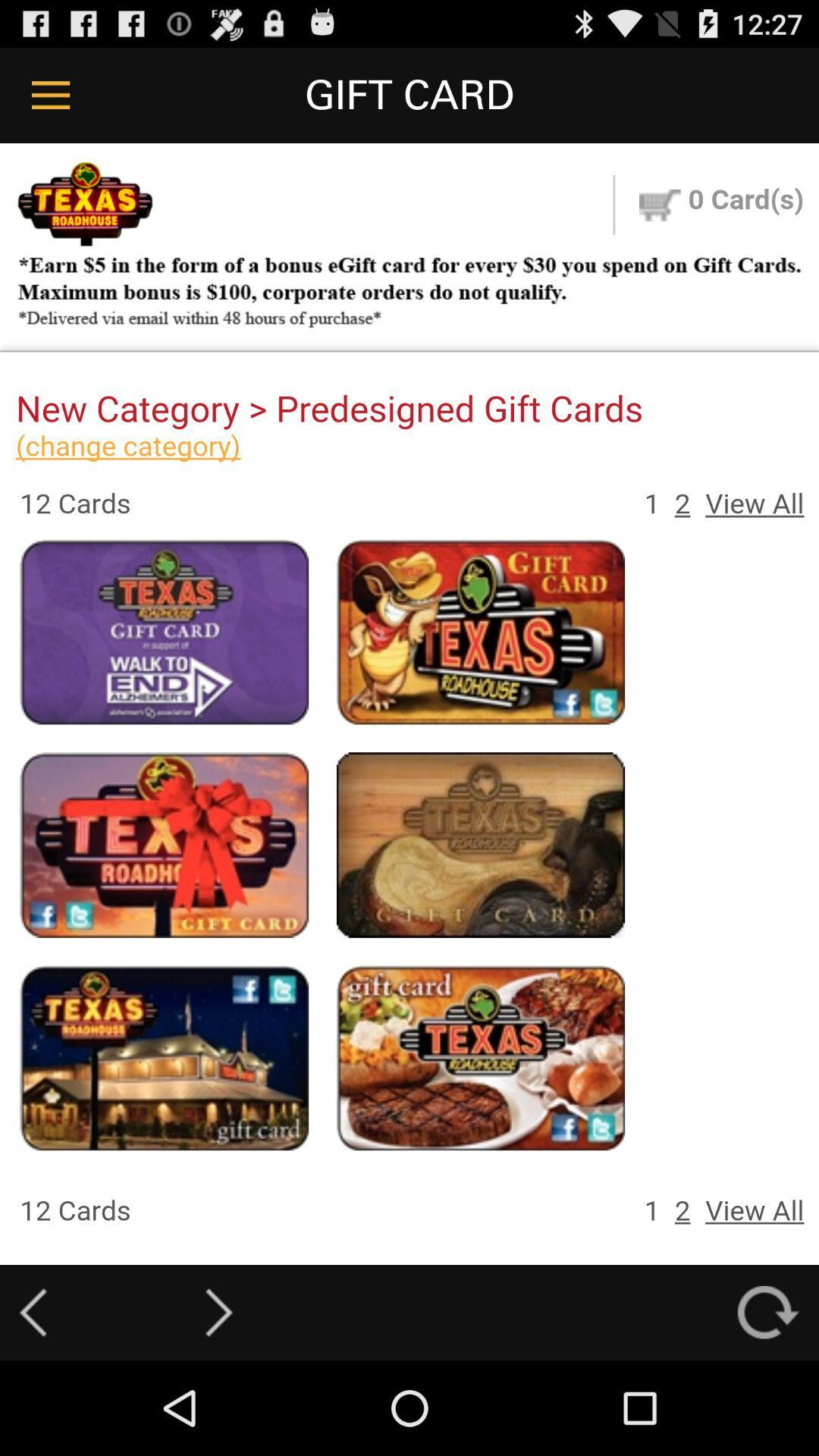 This screenshot has height=1456, width=819. What do you see at coordinates (409, 703) in the screenshot?
I see `colour pinter` at bounding box center [409, 703].